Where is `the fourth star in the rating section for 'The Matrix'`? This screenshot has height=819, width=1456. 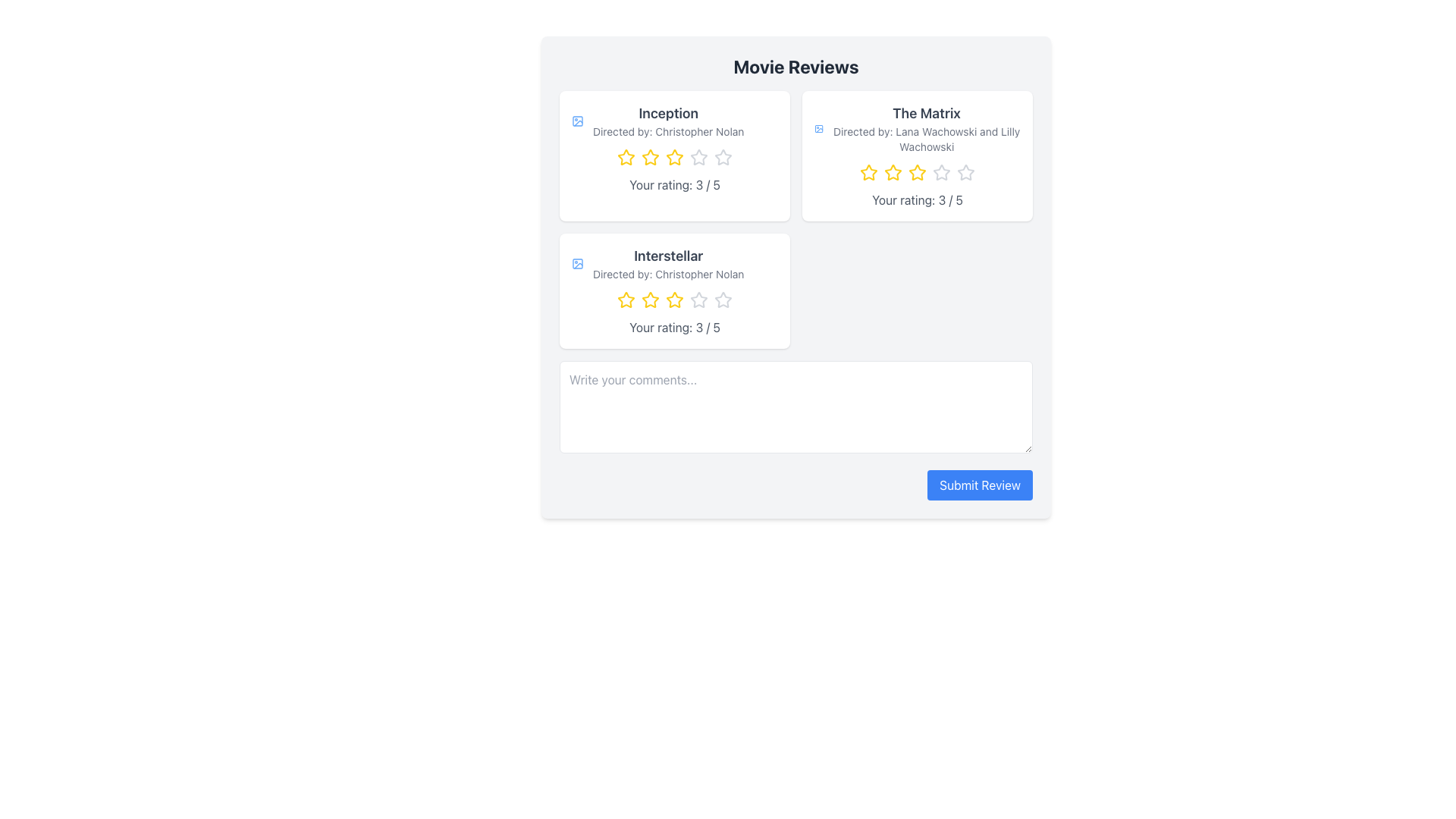
the fourth star in the rating section for 'The Matrix' is located at coordinates (941, 171).